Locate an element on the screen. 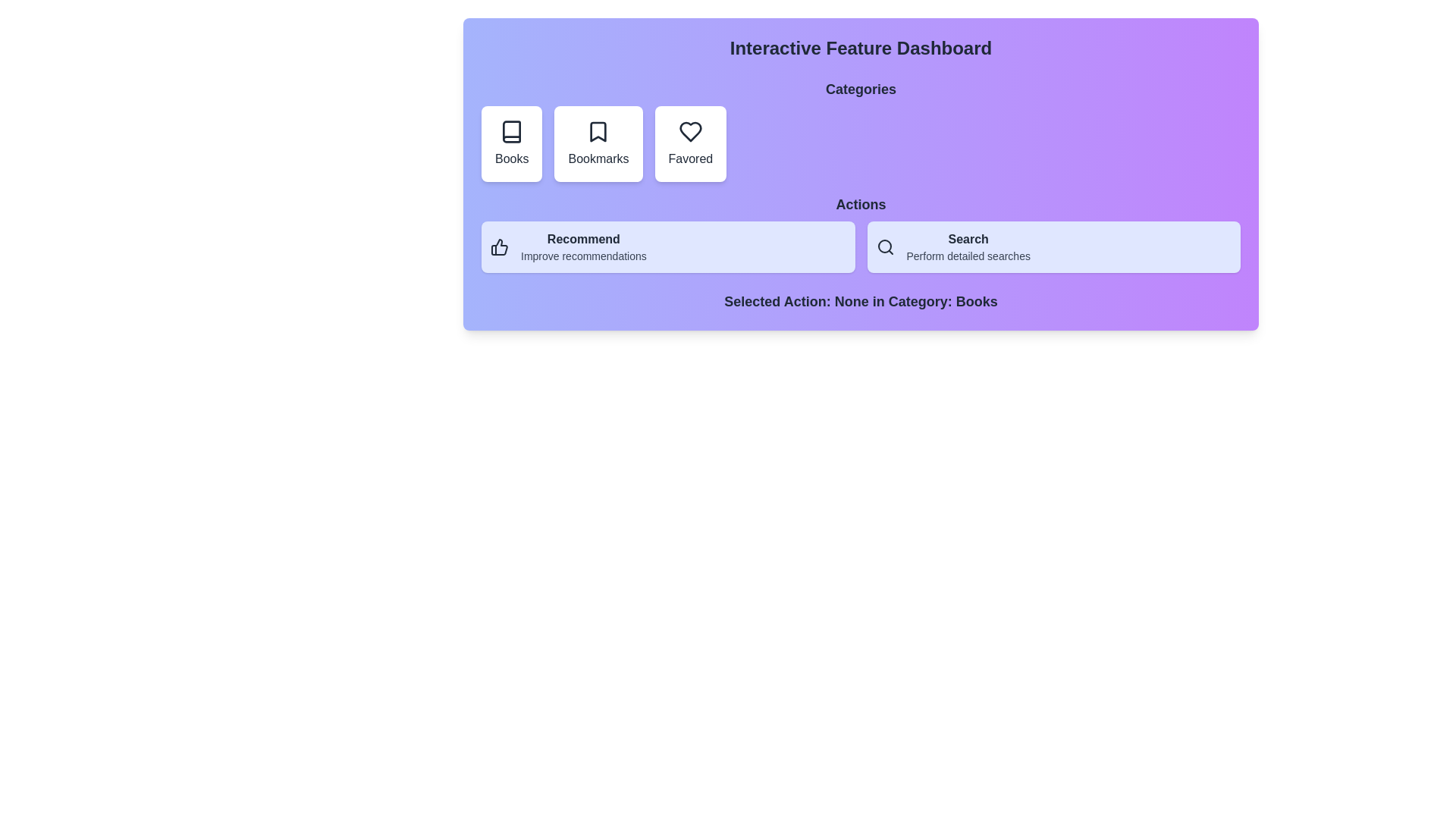  'Books' text label located at the bottom of the white card in the 'Categories' section is located at coordinates (512, 158).